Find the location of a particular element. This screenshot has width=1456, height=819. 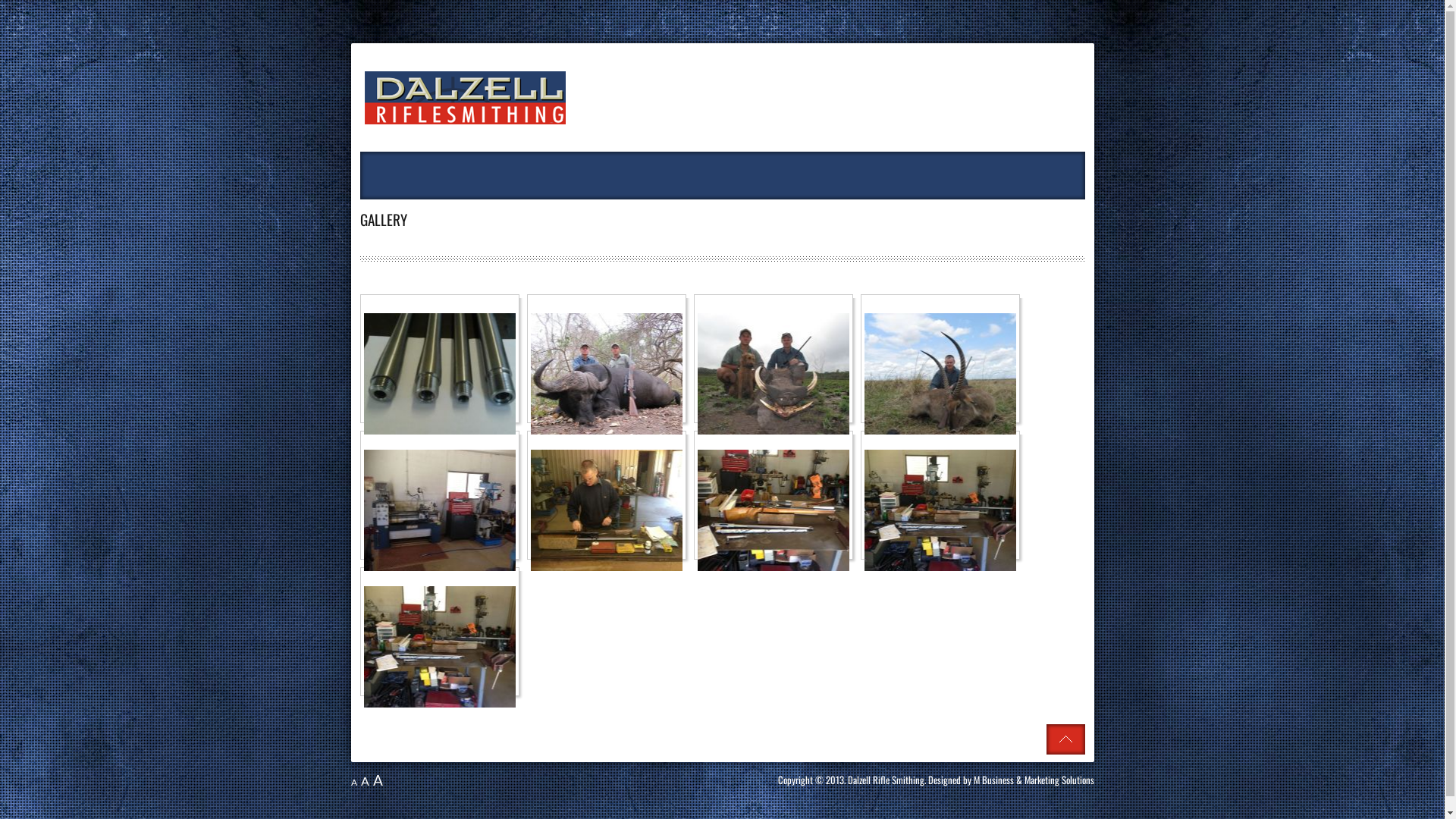

'Click to enlarge image Barrel pic.jpg' is located at coordinates (439, 374).